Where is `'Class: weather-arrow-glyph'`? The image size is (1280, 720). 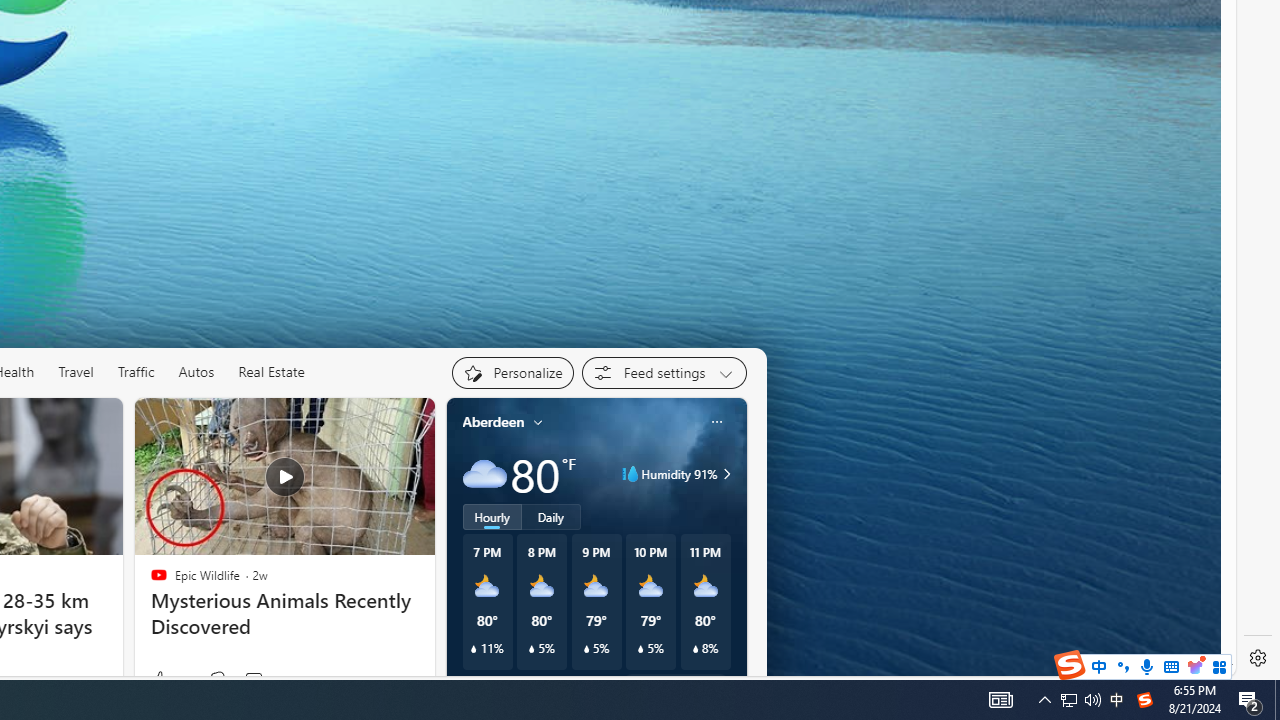
'Class: weather-arrow-glyph' is located at coordinates (726, 474).